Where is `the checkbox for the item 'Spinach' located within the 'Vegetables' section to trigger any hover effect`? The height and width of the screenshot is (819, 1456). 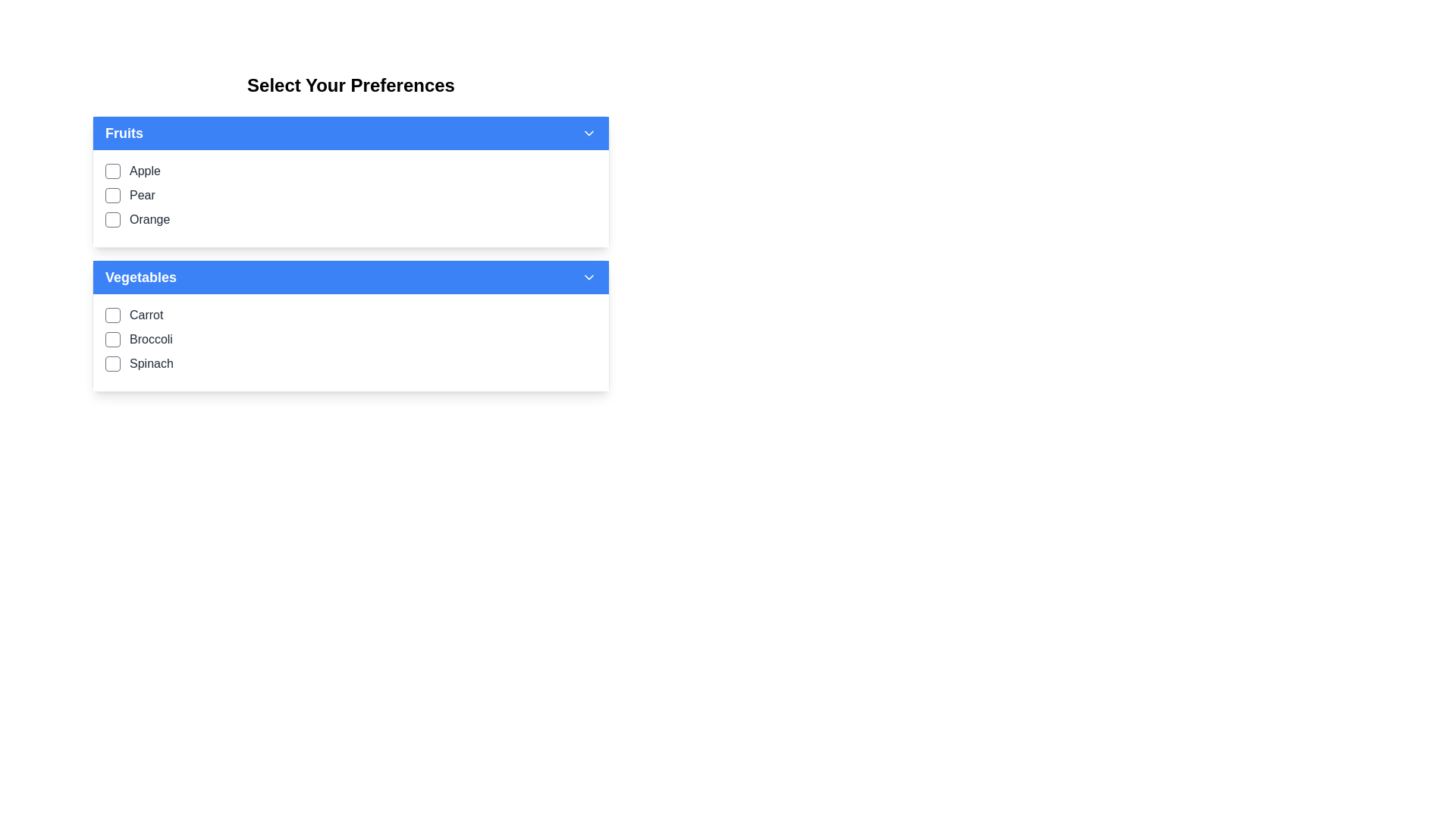 the checkbox for the item 'Spinach' located within the 'Vegetables' section to trigger any hover effect is located at coordinates (111, 363).